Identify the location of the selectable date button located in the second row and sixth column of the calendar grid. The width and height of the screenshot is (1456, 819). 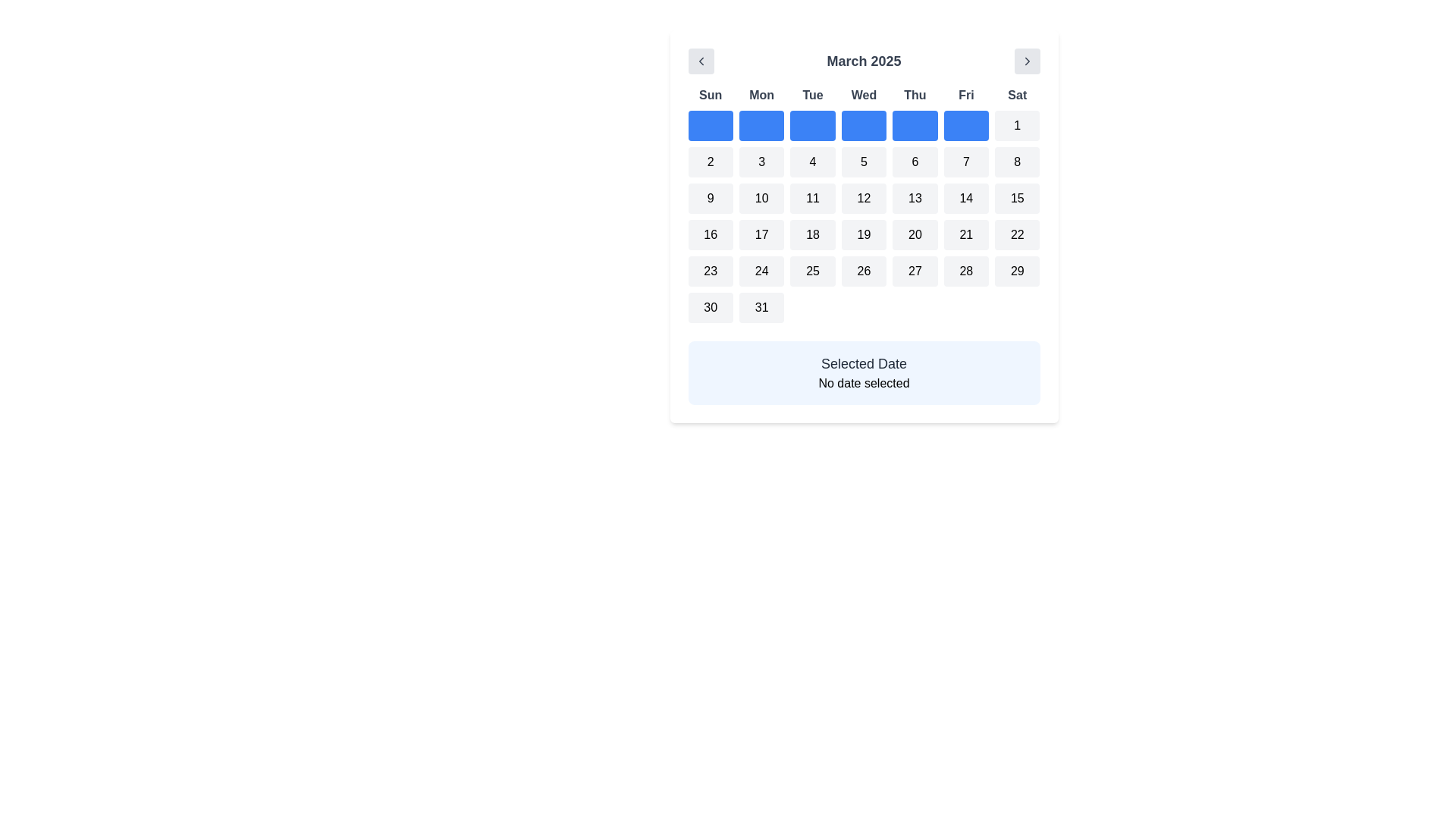
(965, 162).